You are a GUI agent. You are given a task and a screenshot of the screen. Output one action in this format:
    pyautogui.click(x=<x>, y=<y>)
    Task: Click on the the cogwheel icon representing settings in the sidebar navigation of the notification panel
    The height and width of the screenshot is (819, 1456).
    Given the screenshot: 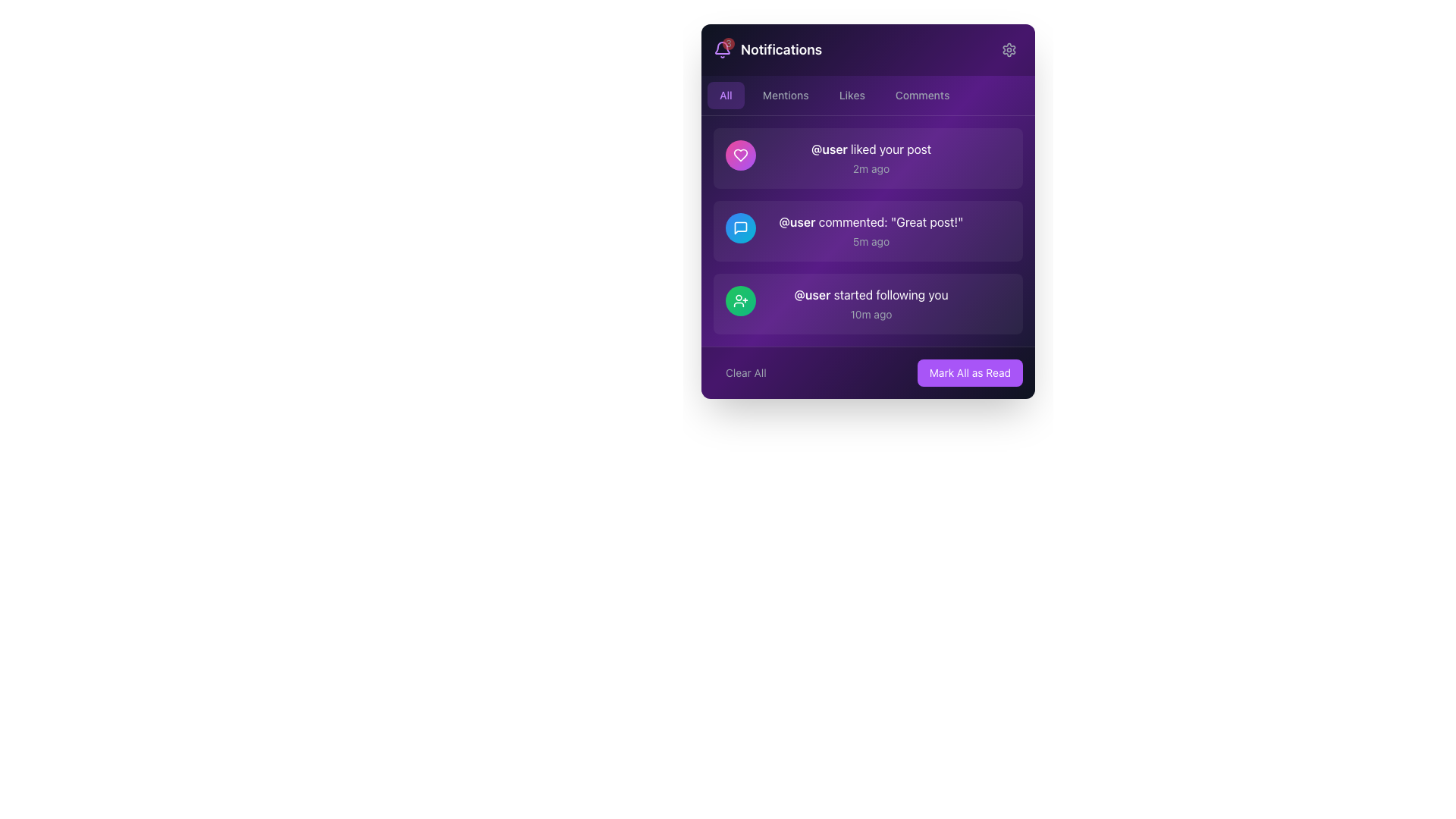 What is the action you would take?
    pyautogui.click(x=1009, y=49)
    